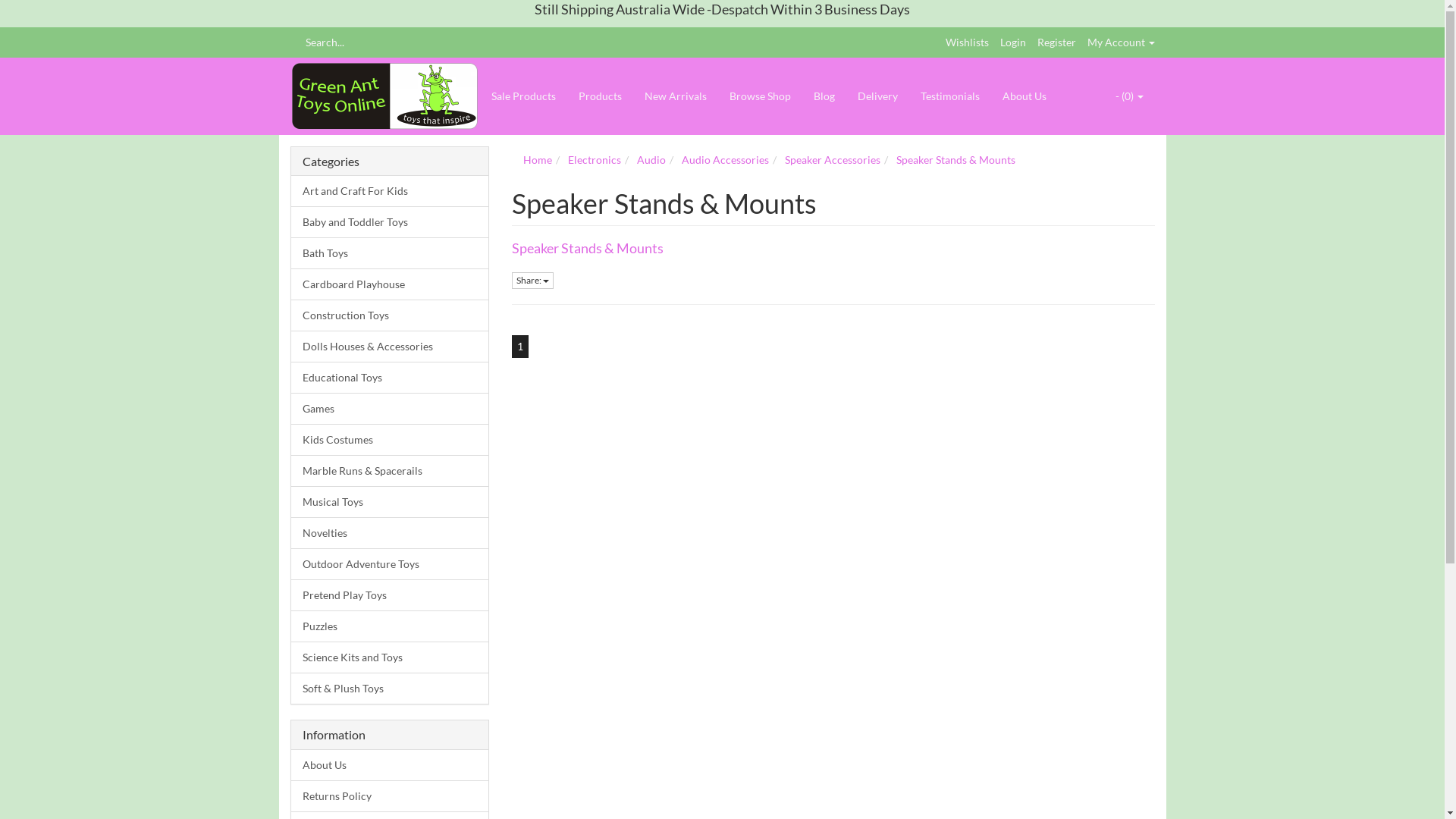  Describe the element at coordinates (291, 315) in the screenshot. I see `'Construction Toys'` at that location.